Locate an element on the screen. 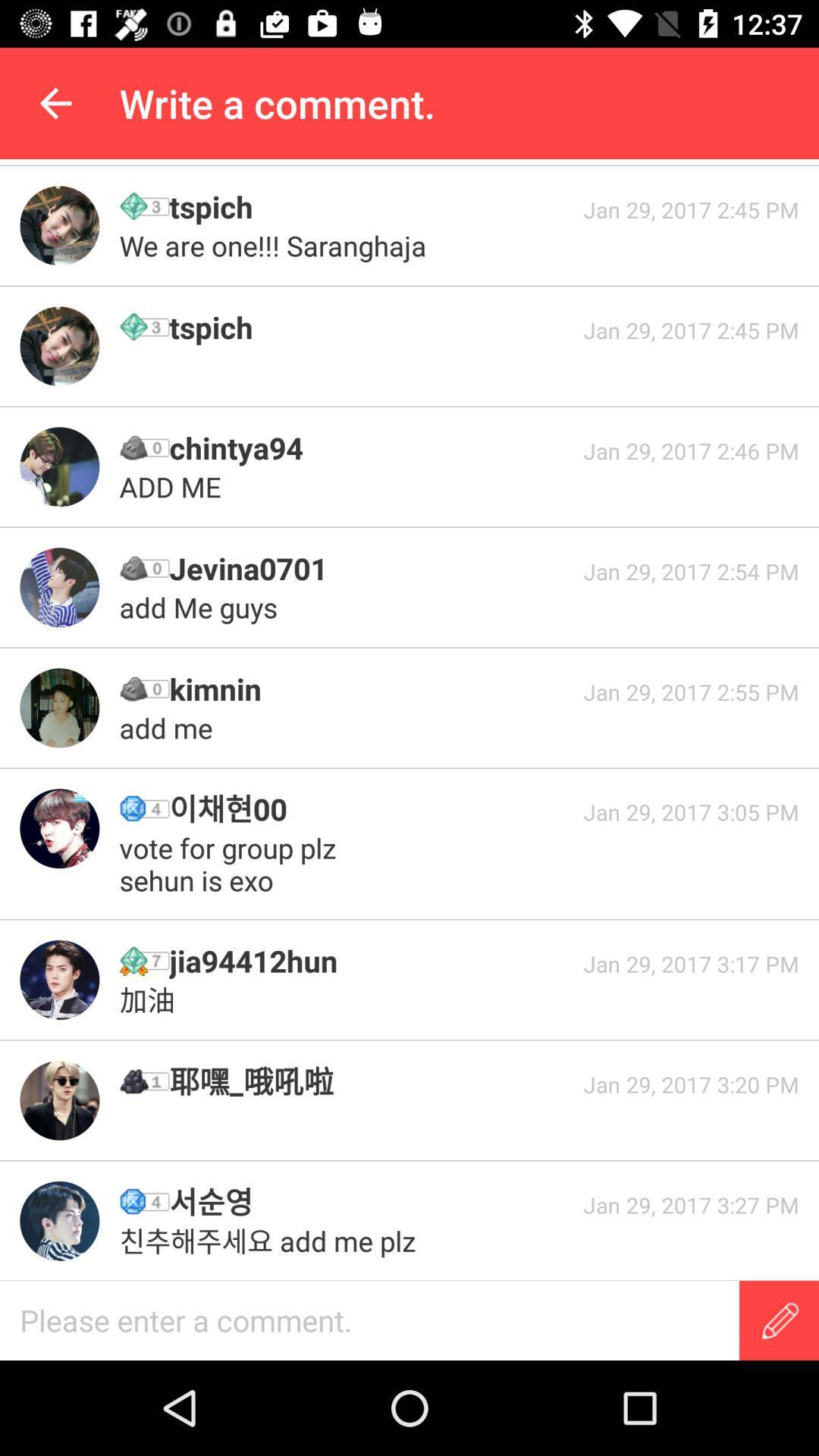 The width and height of the screenshot is (819, 1456). item next to jan 29 2017 item is located at coordinates (371, 1081).